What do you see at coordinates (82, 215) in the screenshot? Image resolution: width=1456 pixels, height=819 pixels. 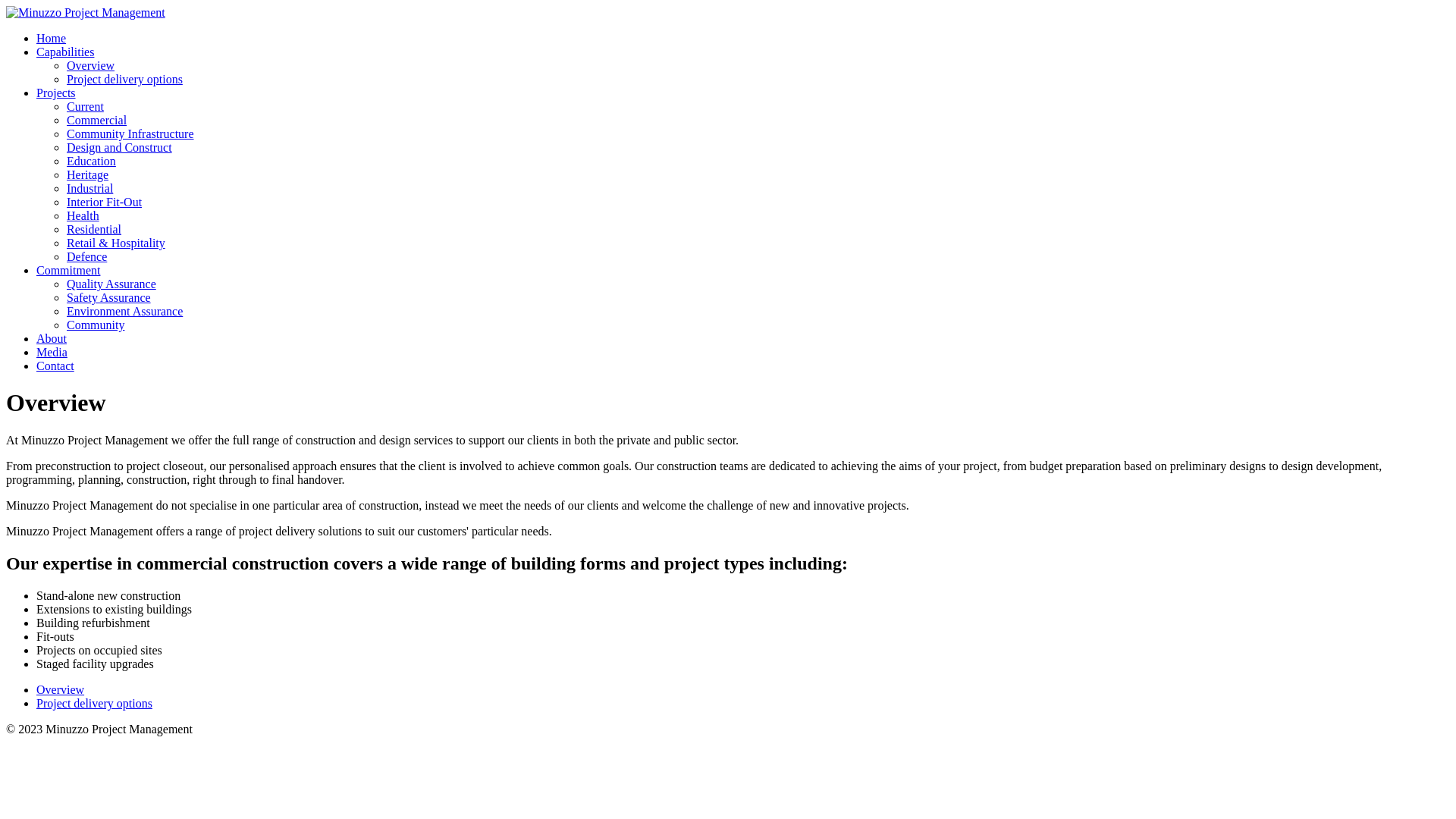 I see `'Health'` at bounding box center [82, 215].